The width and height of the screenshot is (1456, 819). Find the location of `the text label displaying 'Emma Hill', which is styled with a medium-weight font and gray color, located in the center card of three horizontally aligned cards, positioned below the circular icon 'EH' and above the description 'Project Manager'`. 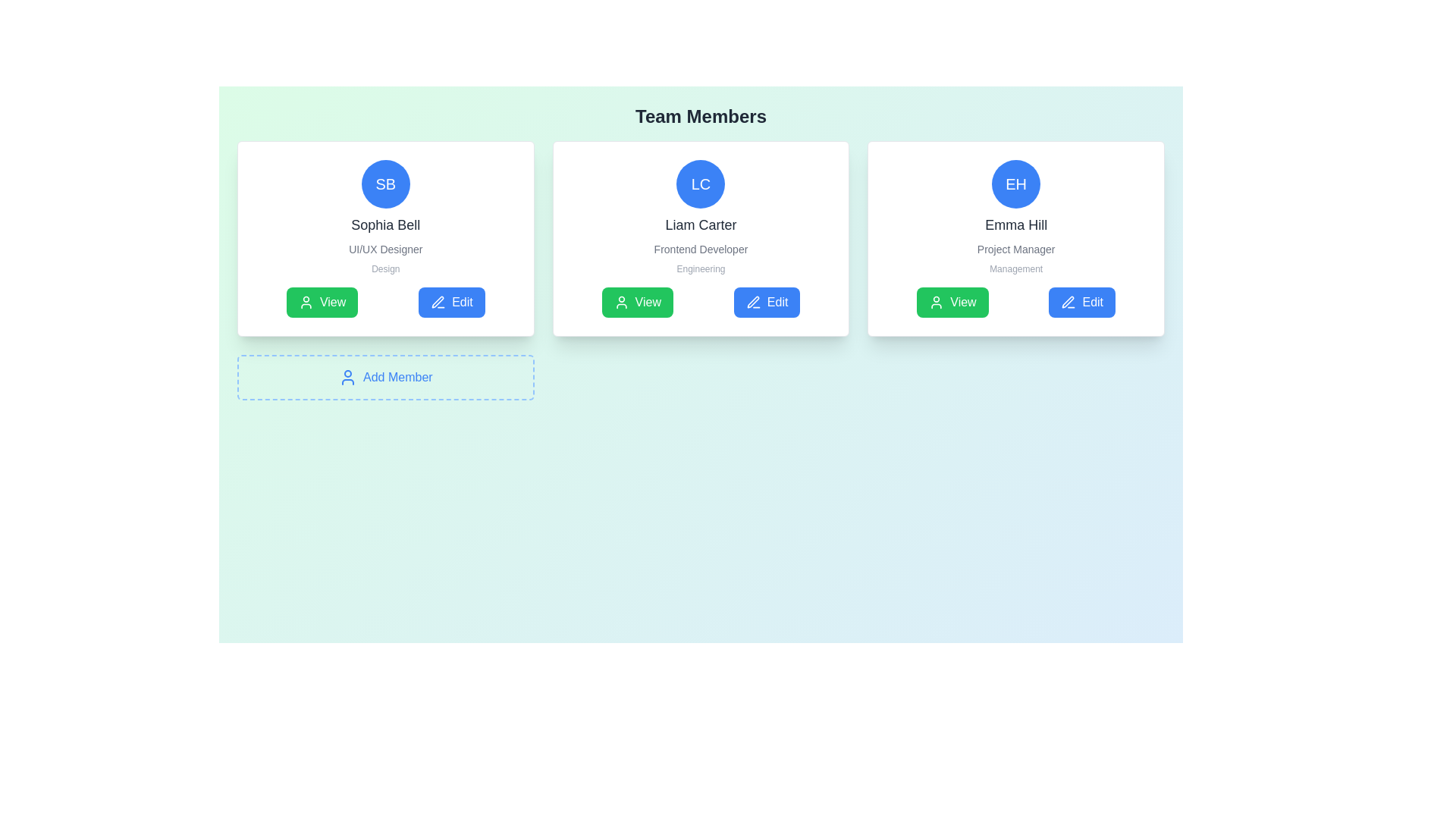

the text label displaying 'Emma Hill', which is styled with a medium-weight font and gray color, located in the center card of three horizontally aligned cards, positioned below the circular icon 'EH' and above the description 'Project Manager' is located at coordinates (1016, 225).